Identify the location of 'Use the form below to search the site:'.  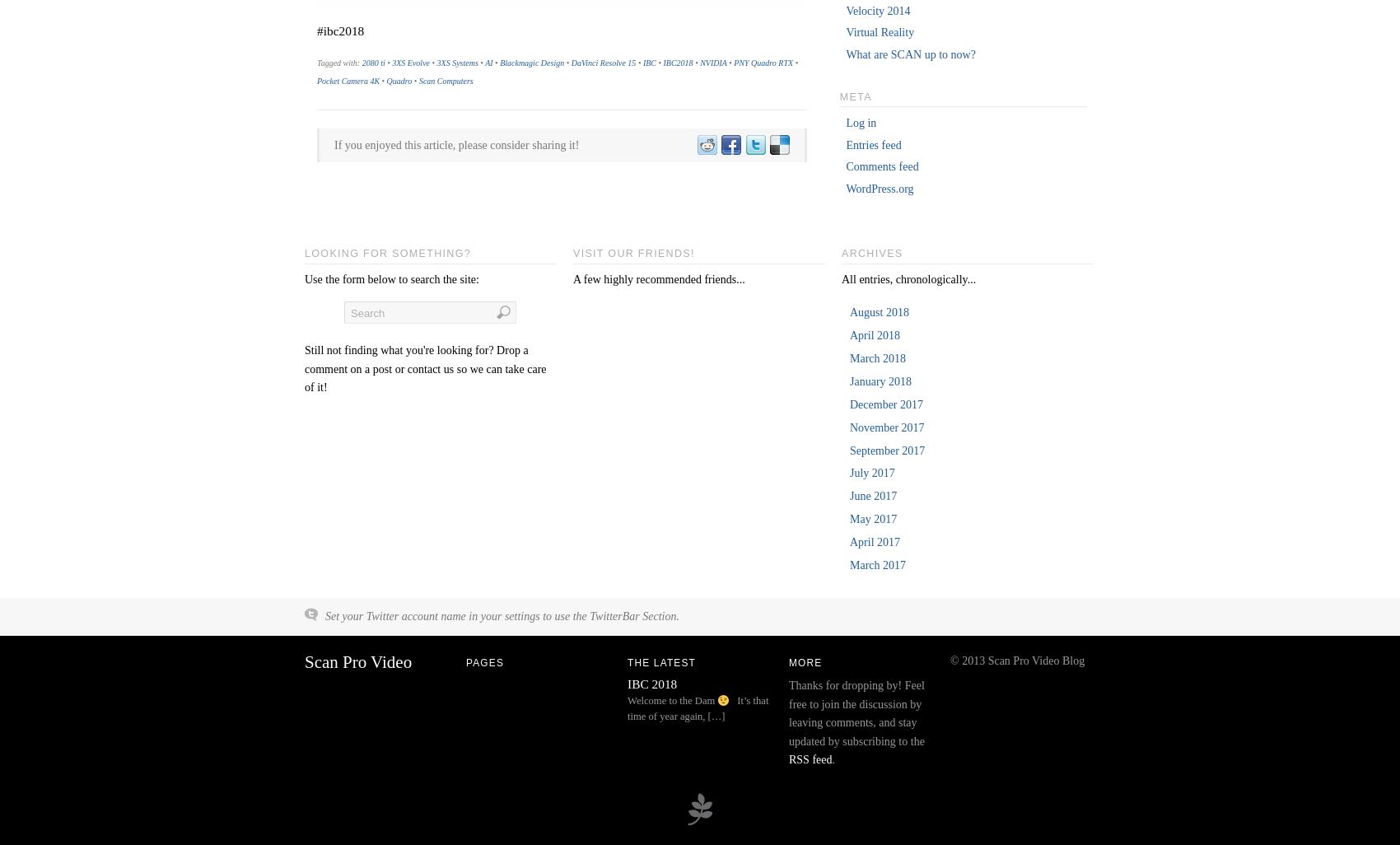
(391, 279).